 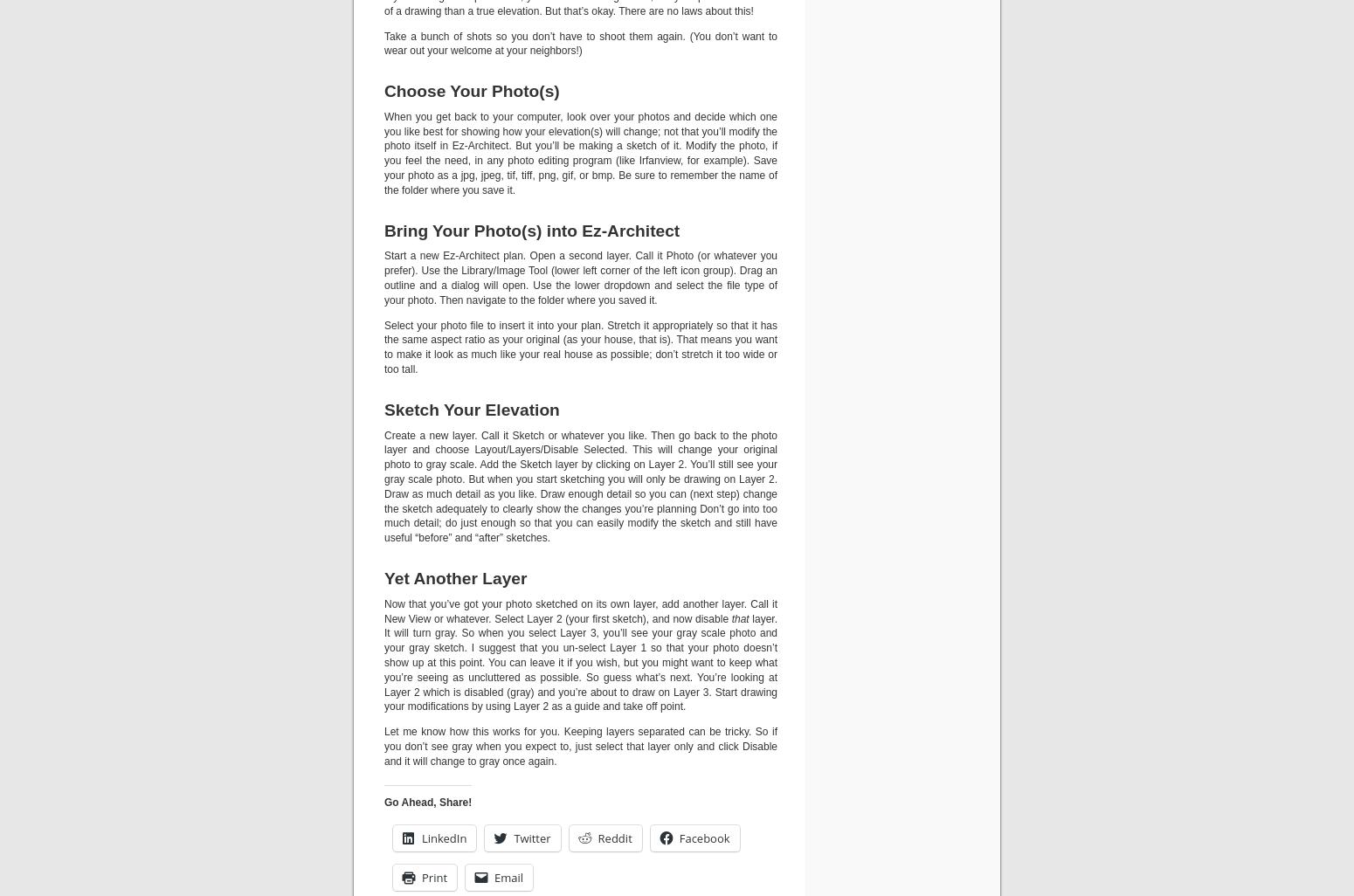 What do you see at coordinates (579, 662) in the screenshot?
I see `'layer. It will turn gray. So when you select Layer 3, you’ll see your gray scale photo and your gray sketch. I suggest that you un-select Layer 1 so that your photo doesn’t show up at this point. You can leave it if you wish, but you might want to keep what you’re seeing as uncluttered as possible. So guess what’s next. You’re looking at Layer 2 which is disabled (gray) and you’re about to draw on Layer 3. Start drawing your modifications by using Layer 2 as a guide and take off point.'` at bounding box center [579, 662].